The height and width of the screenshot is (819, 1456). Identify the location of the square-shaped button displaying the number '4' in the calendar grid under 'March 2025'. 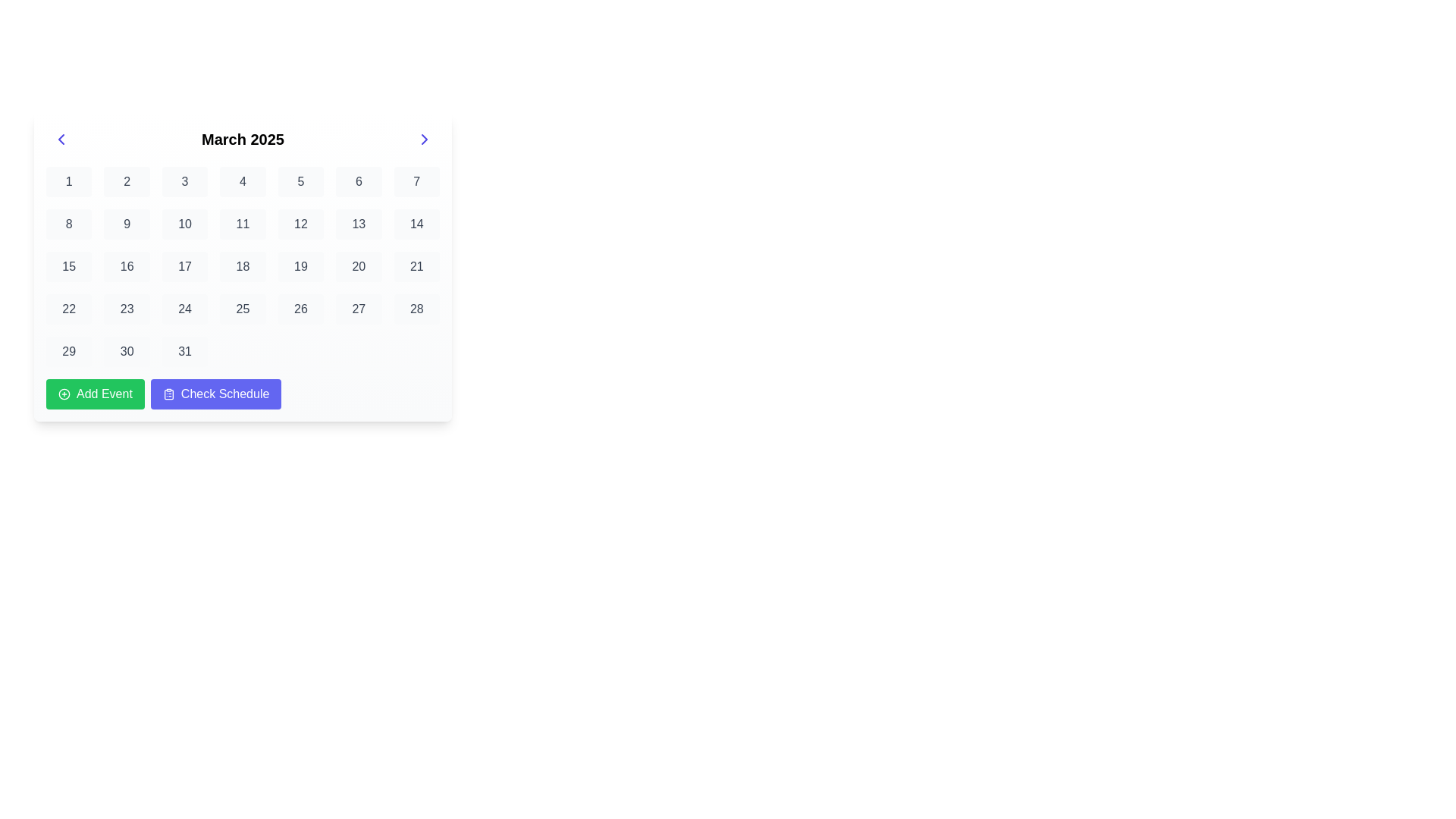
(243, 180).